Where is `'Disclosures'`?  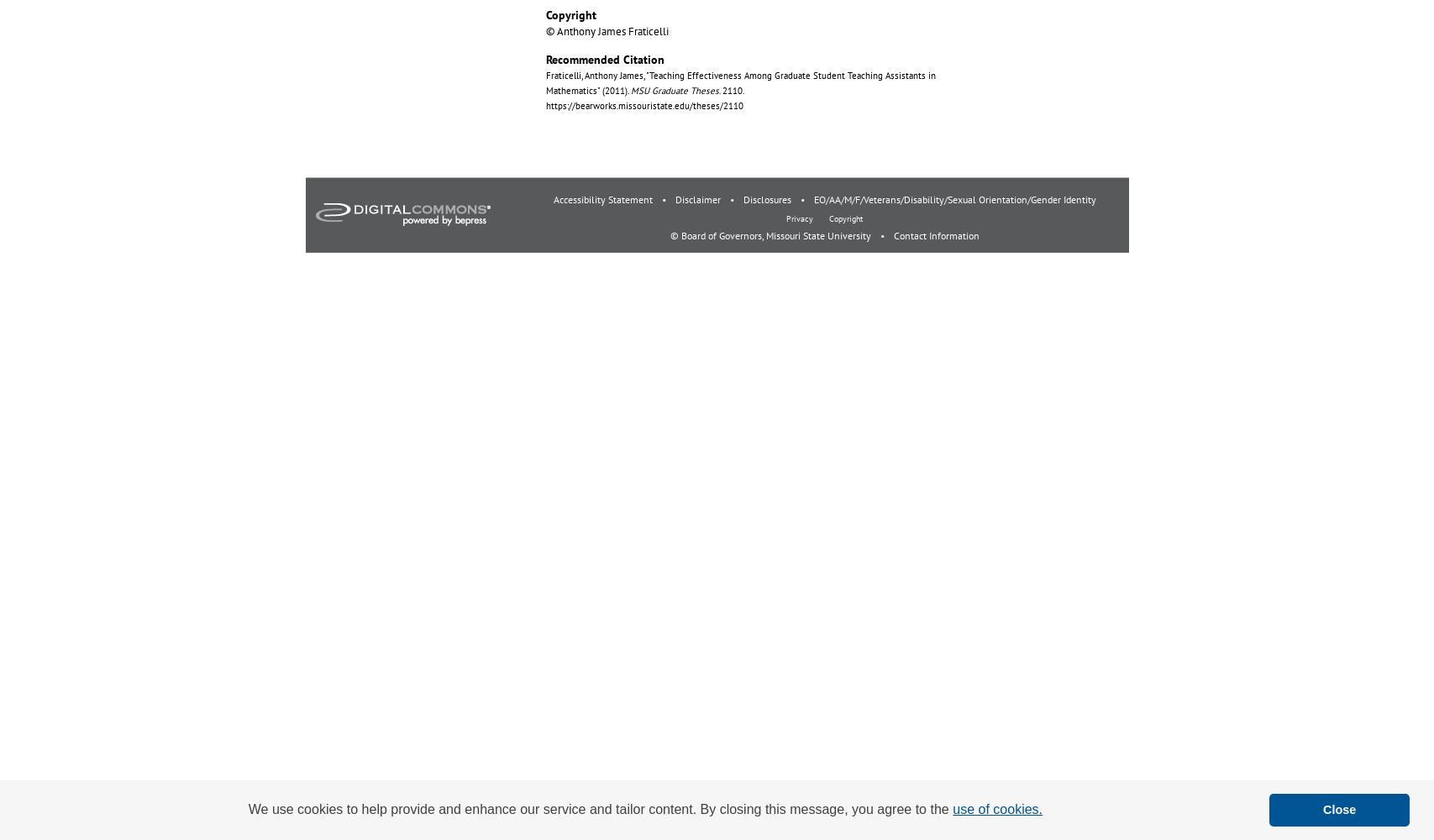
'Disclosures' is located at coordinates (766, 198).